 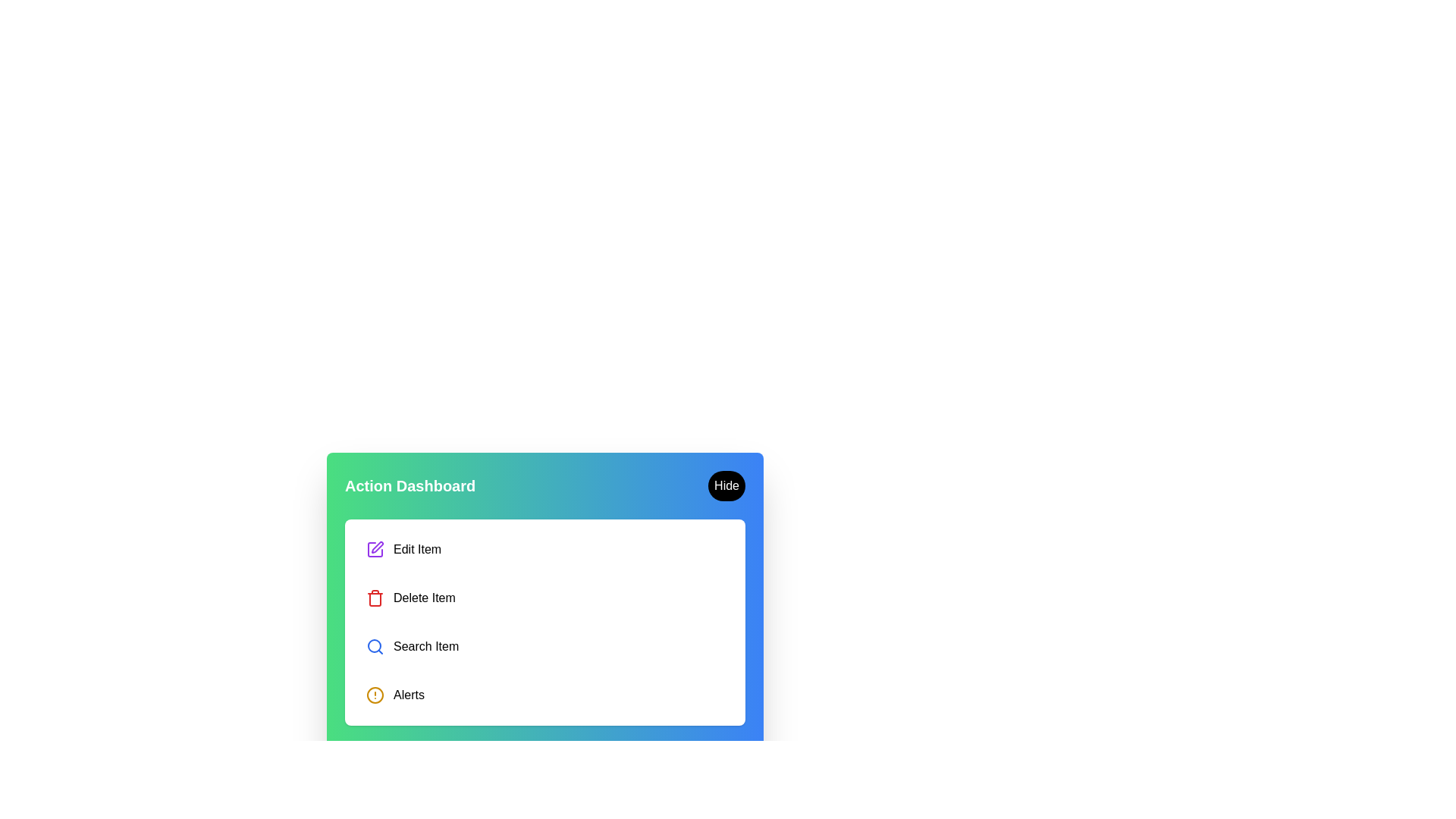 I want to click on the prominent button below the 'Action Dashboard' widget that allows the user to add a new item, so click(x=545, y=759).